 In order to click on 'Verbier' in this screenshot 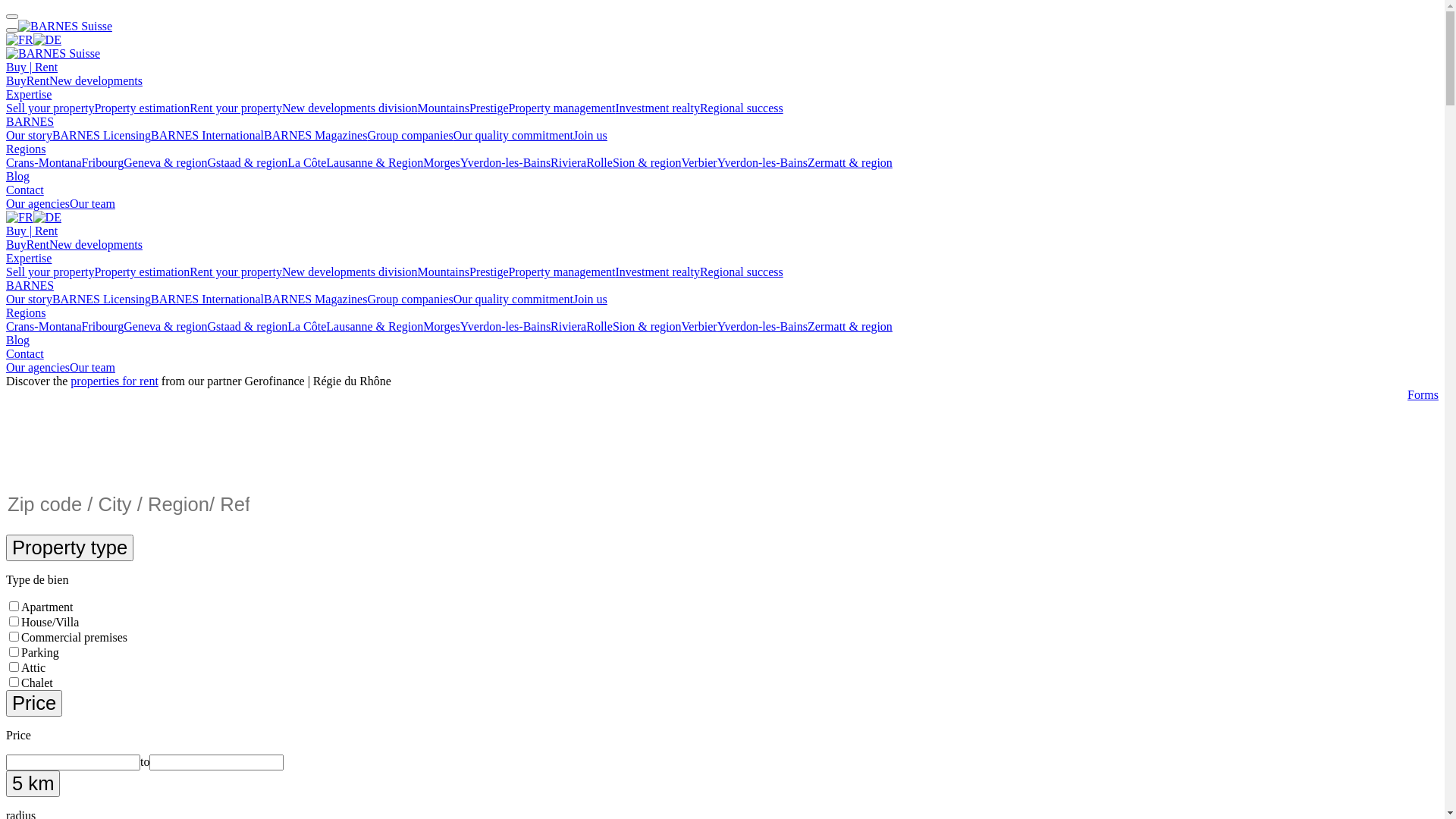, I will do `click(680, 162)`.